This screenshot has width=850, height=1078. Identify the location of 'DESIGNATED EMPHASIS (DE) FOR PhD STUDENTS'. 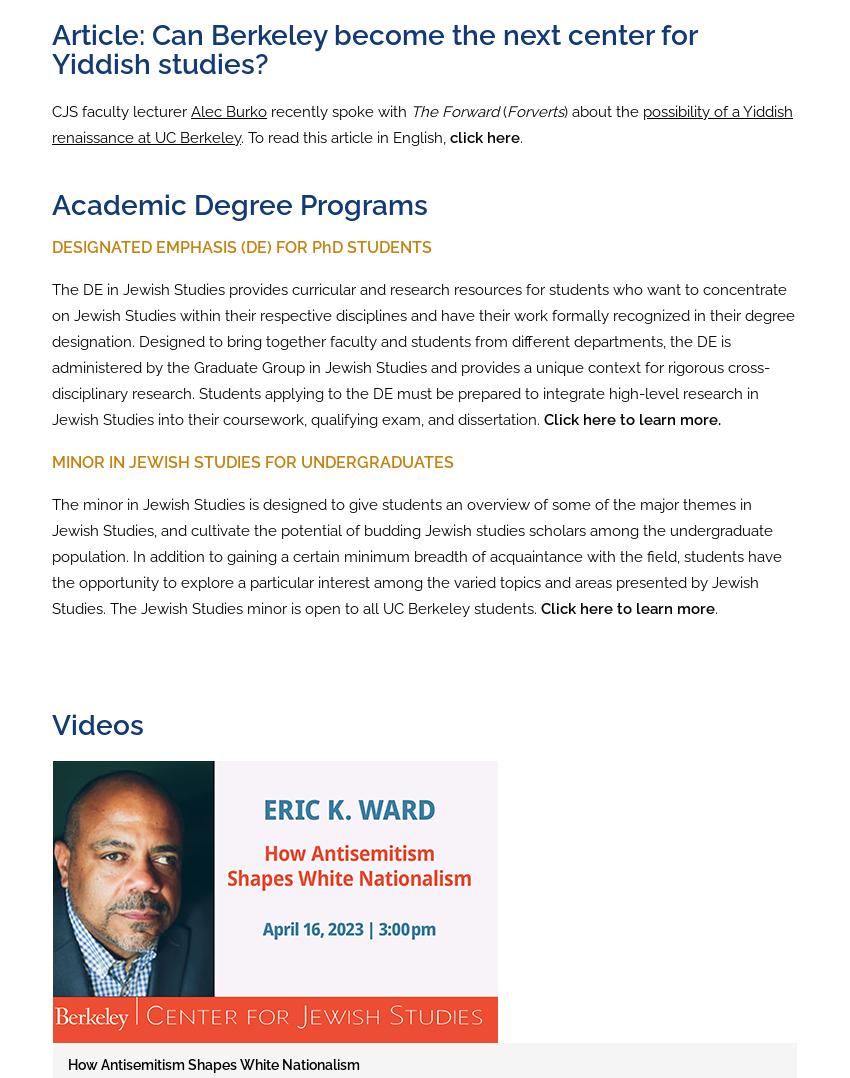
(52, 246).